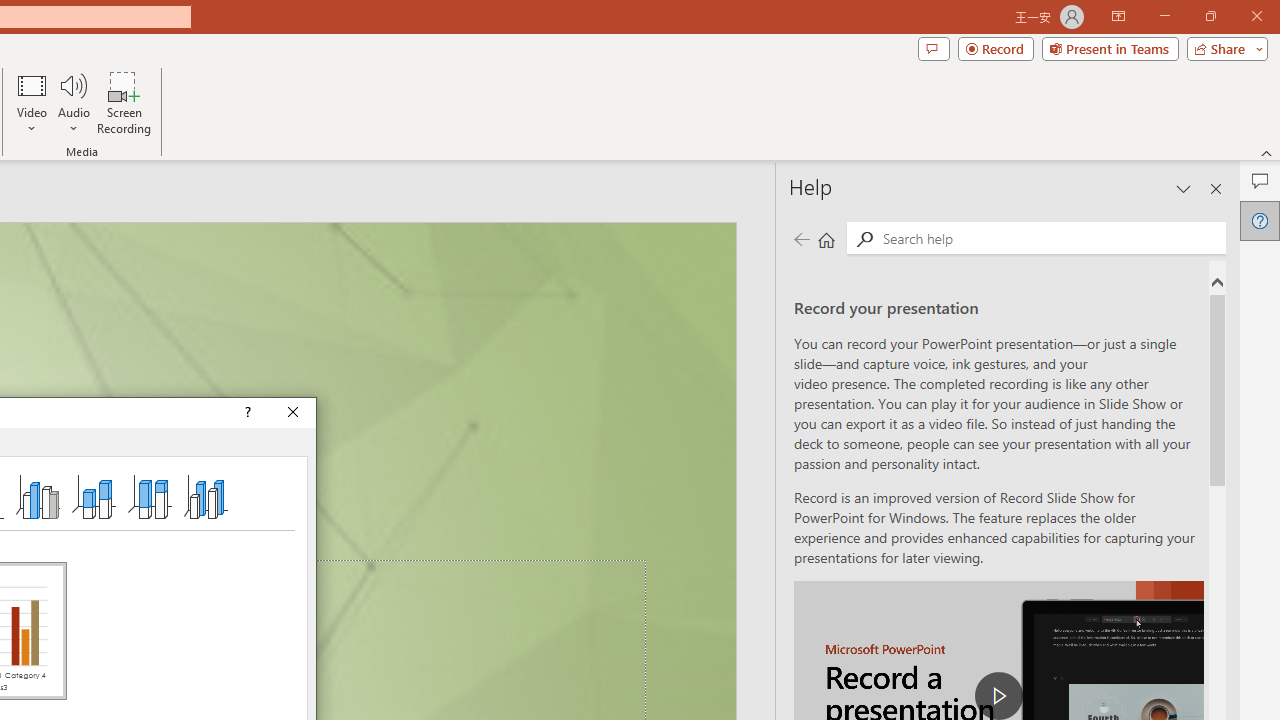 The height and width of the screenshot is (720, 1280). What do you see at coordinates (801, 238) in the screenshot?
I see `'Previous page'` at bounding box center [801, 238].